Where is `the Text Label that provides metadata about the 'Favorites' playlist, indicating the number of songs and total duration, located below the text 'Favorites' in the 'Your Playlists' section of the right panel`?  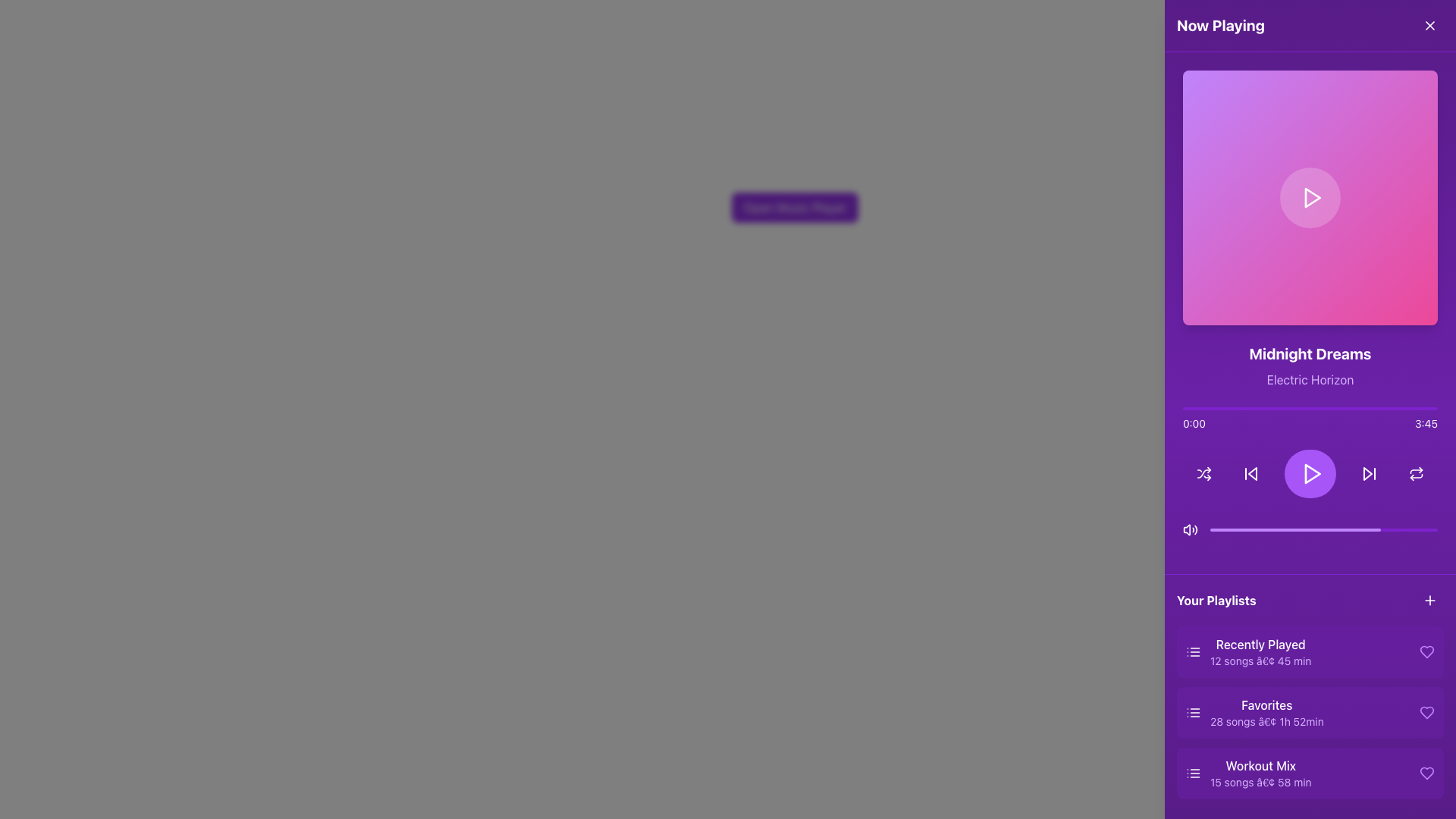 the Text Label that provides metadata about the 'Favorites' playlist, indicating the number of songs and total duration, located below the text 'Favorites' in the 'Your Playlists' section of the right panel is located at coordinates (1266, 721).